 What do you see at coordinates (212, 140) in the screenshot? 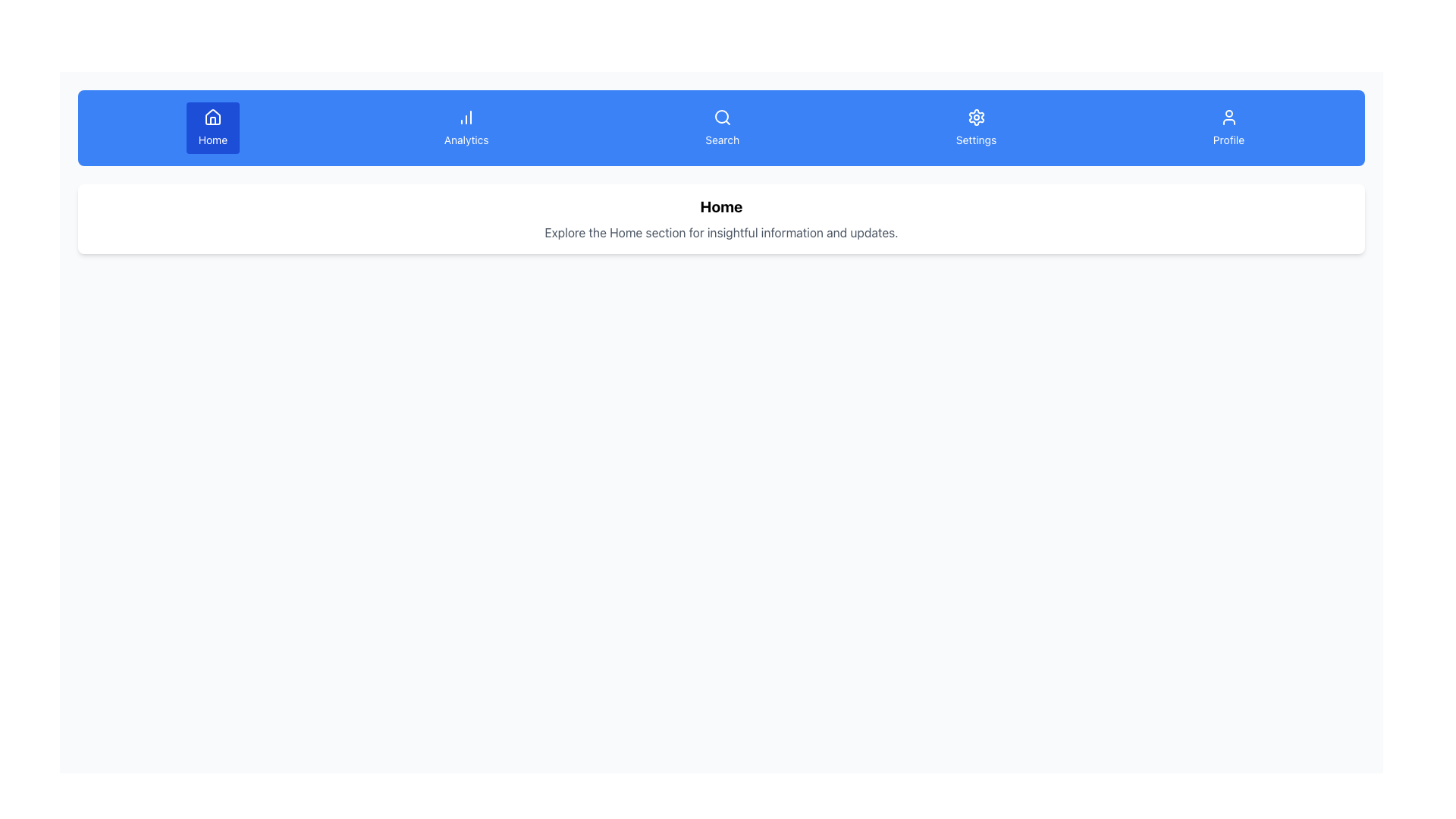
I see `text label indicating a link to the 'Home' section located below the home icon in the navigation bar` at bounding box center [212, 140].